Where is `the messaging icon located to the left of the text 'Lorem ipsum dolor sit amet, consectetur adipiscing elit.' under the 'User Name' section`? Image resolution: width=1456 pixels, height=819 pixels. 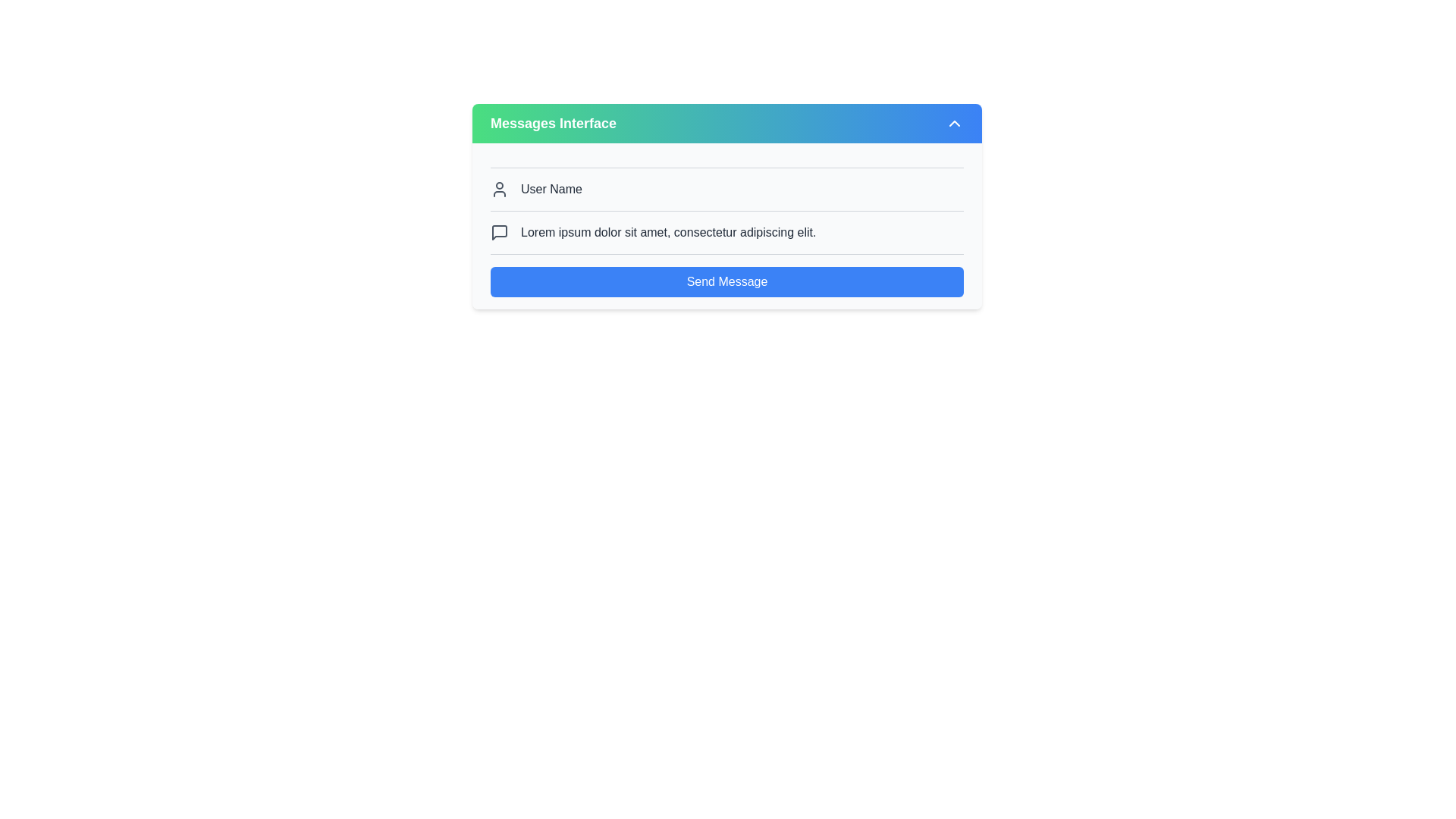 the messaging icon located to the left of the text 'Lorem ipsum dolor sit amet, consectetur adipiscing elit.' under the 'User Name' section is located at coordinates (499, 233).